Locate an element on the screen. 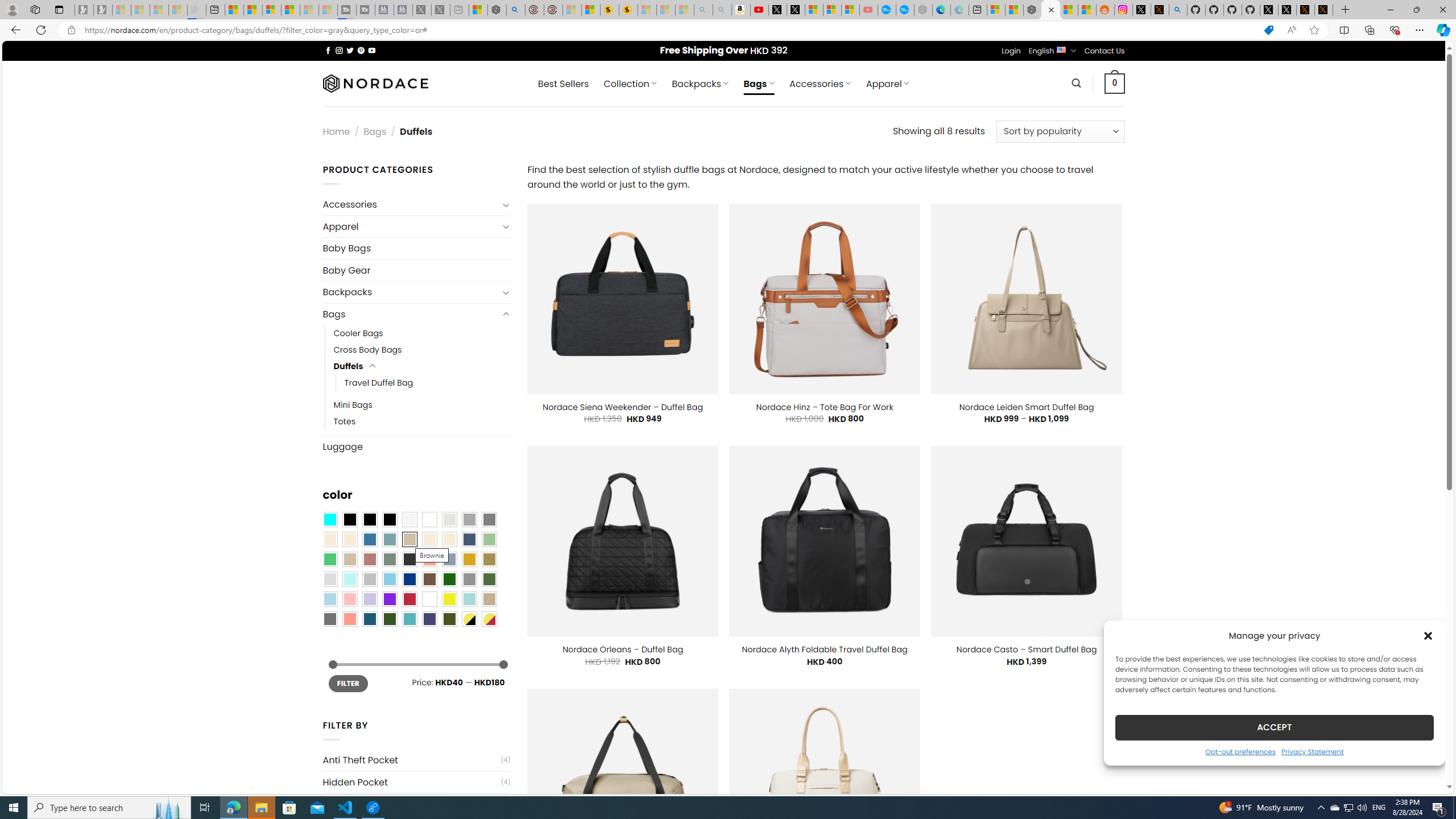  'Overview' is located at coordinates (271, 9).